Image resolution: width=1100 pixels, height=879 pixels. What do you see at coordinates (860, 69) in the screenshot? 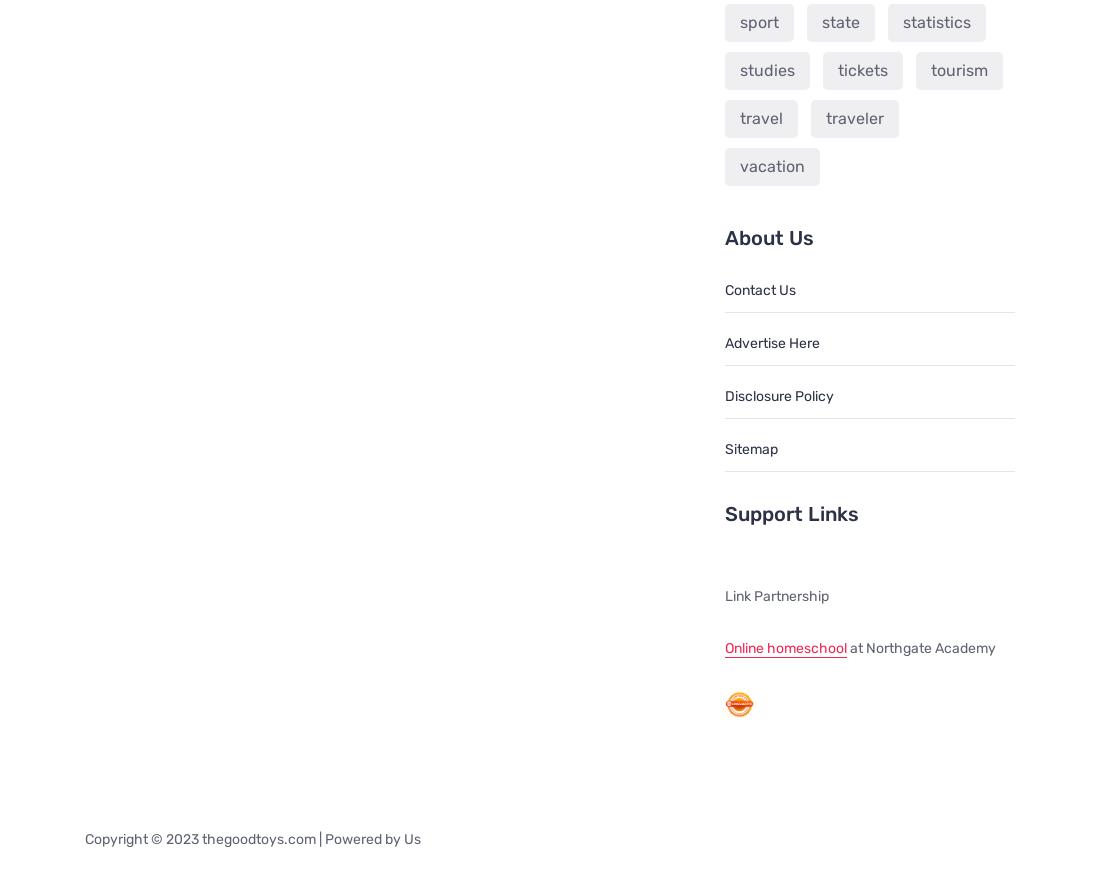
I see `'tickets'` at bounding box center [860, 69].